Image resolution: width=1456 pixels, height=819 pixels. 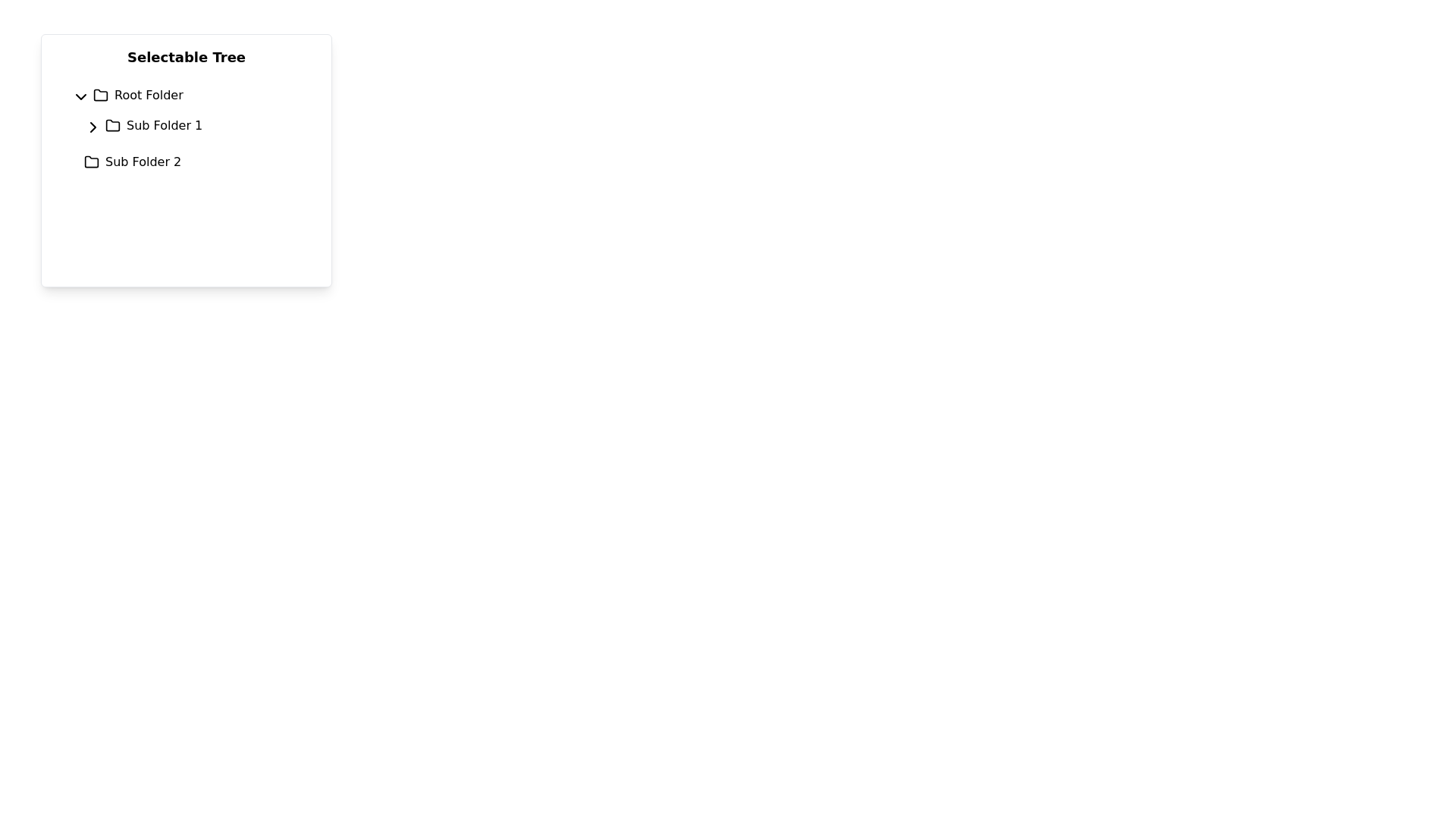 What do you see at coordinates (80, 96) in the screenshot?
I see `the small chevron-down icon located to the left of the text 'Root Folder' in the selectable tree interface` at bounding box center [80, 96].